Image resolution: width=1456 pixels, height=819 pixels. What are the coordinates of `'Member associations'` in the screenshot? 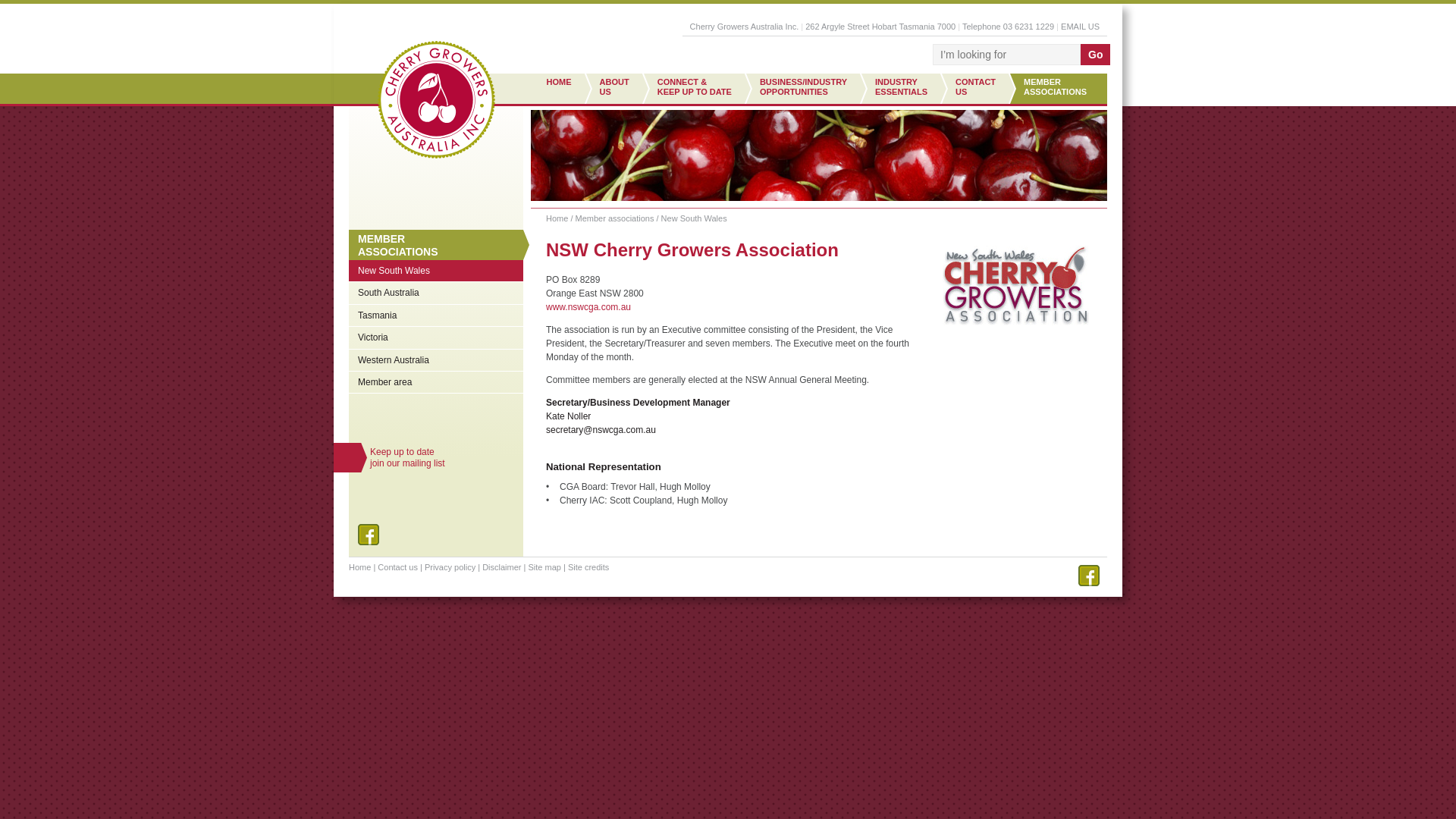 It's located at (615, 218).